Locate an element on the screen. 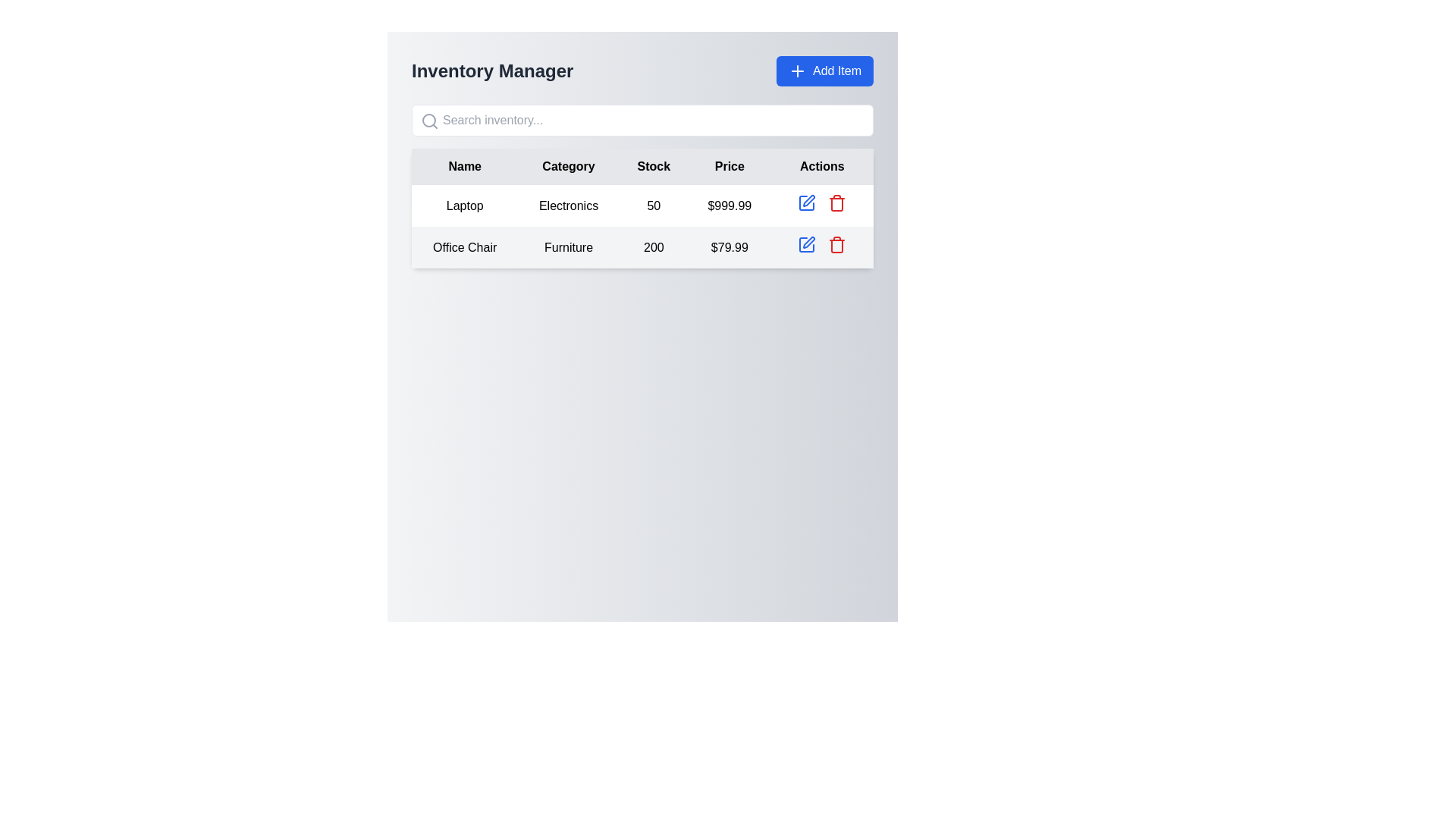 The width and height of the screenshot is (1456, 819). the 'Stock' column header in the 'Inventory Manager' table, which is the third header in the sequence between 'Category' and 'Price' is located at coordinates (654, 166).